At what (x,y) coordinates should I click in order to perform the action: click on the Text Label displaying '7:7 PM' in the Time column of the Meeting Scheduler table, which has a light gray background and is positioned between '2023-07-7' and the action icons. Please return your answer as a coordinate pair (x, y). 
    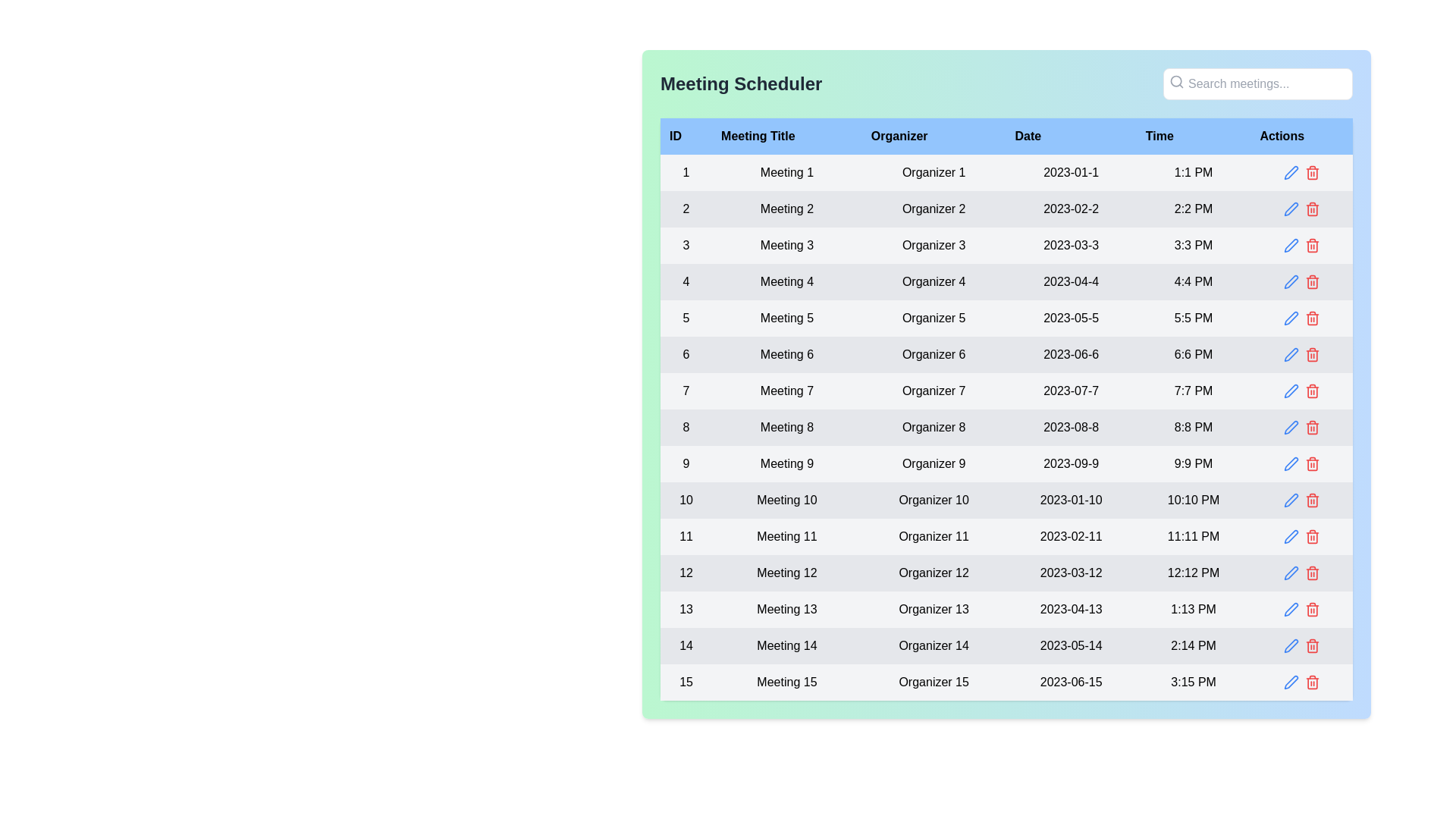
    Looking at the image, I should click on (1193, 391).